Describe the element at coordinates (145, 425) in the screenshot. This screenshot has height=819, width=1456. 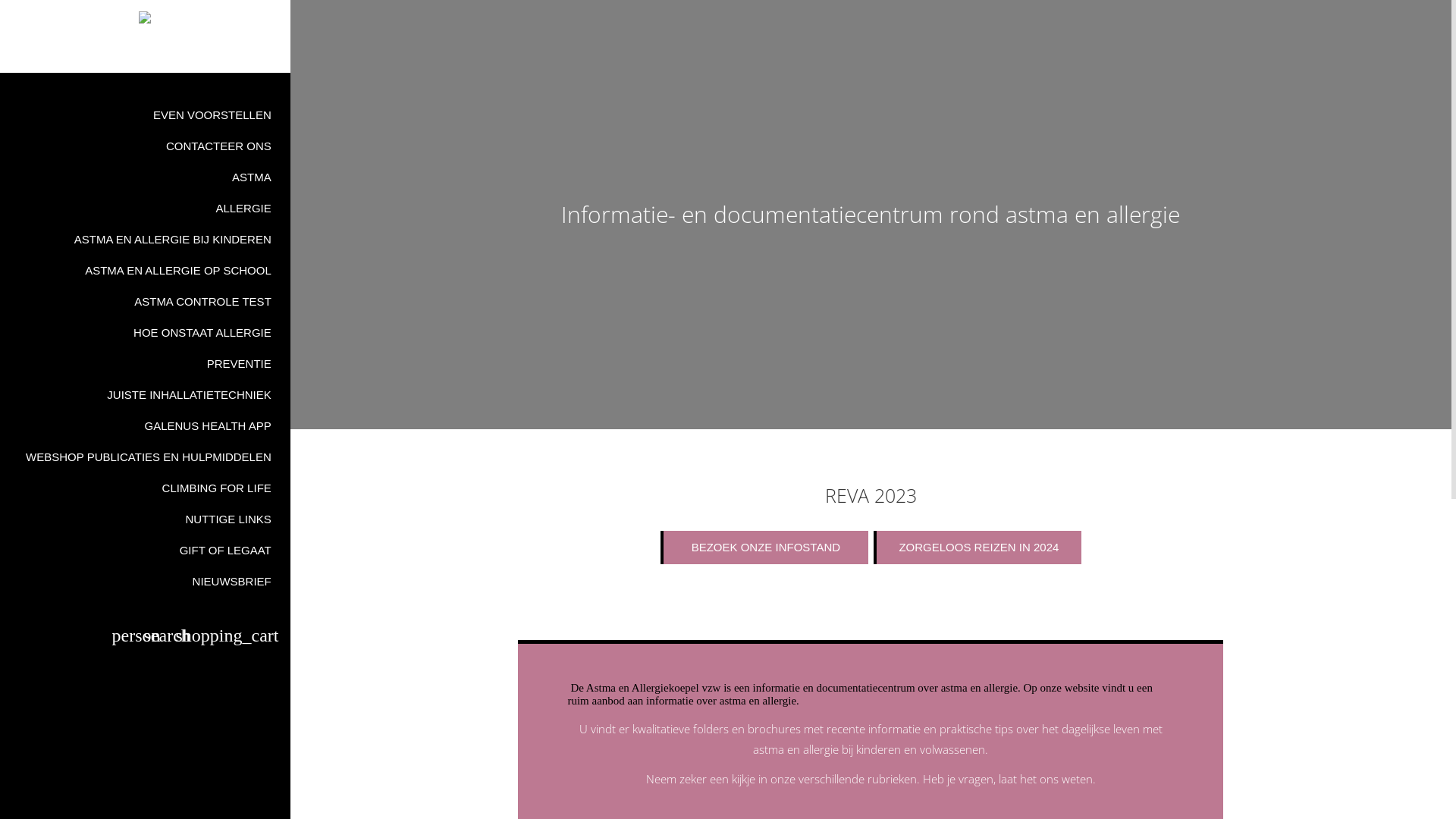
I see `'GALENUS HEALTH APP'` at that location.